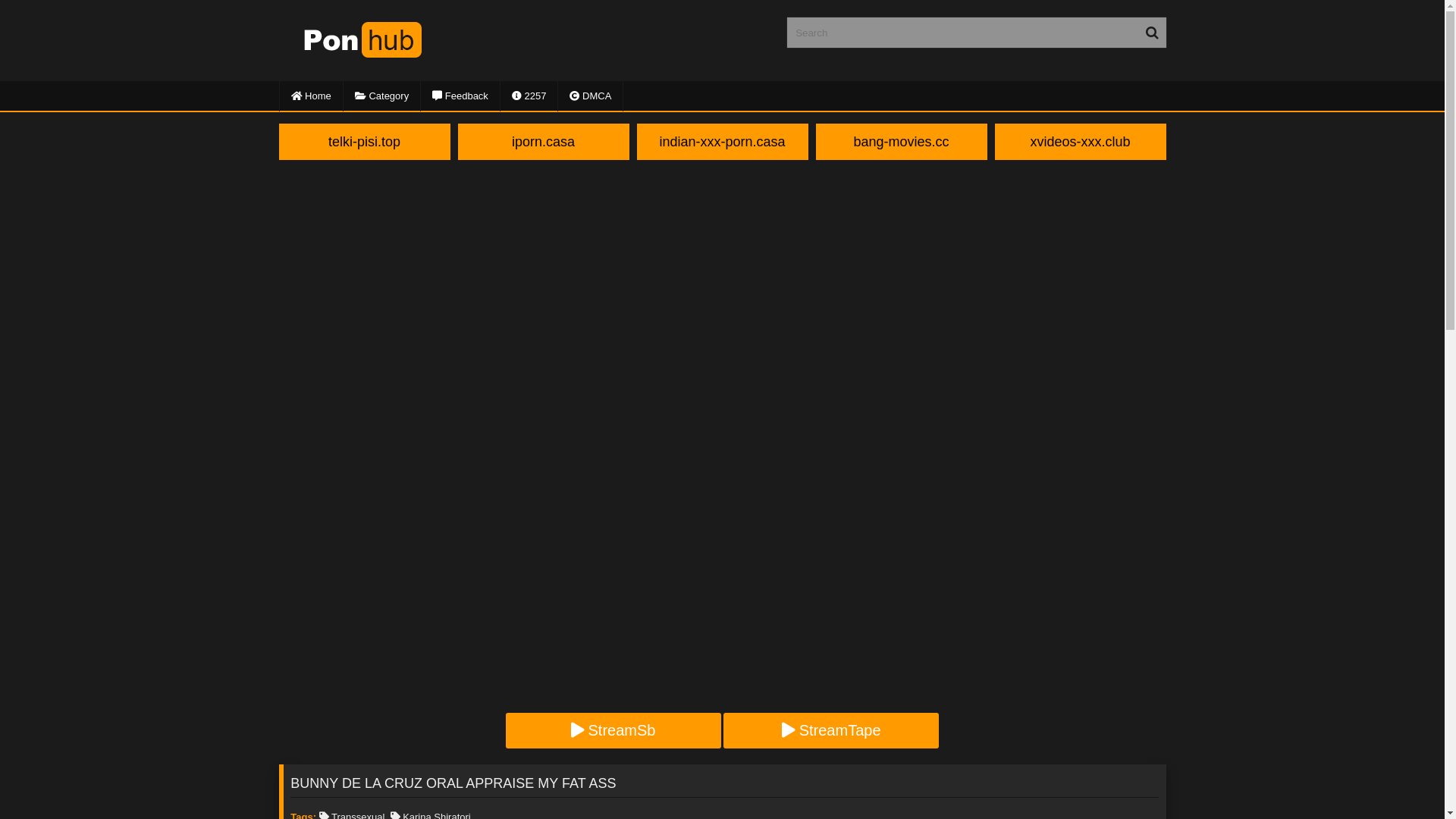  Describe the element at coordinates (722, 141) in the screenshot. I see `'indian-xxx-porn.casa'` at that location.